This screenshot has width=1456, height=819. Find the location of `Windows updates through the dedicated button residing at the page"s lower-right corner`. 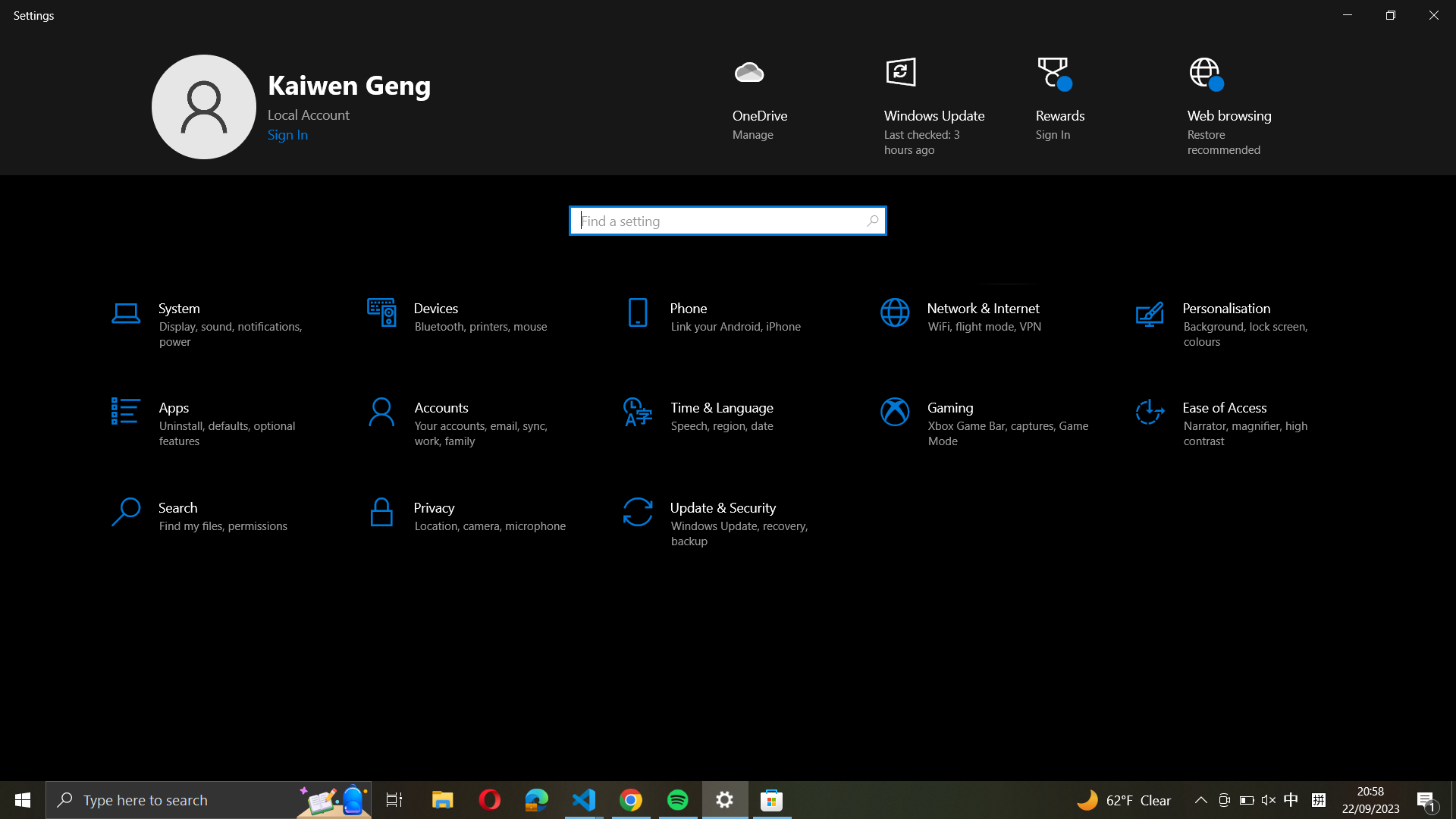

Windows updates through the dedicated button residing at the page"s lower-right corner is located at coordinates (925, 104).